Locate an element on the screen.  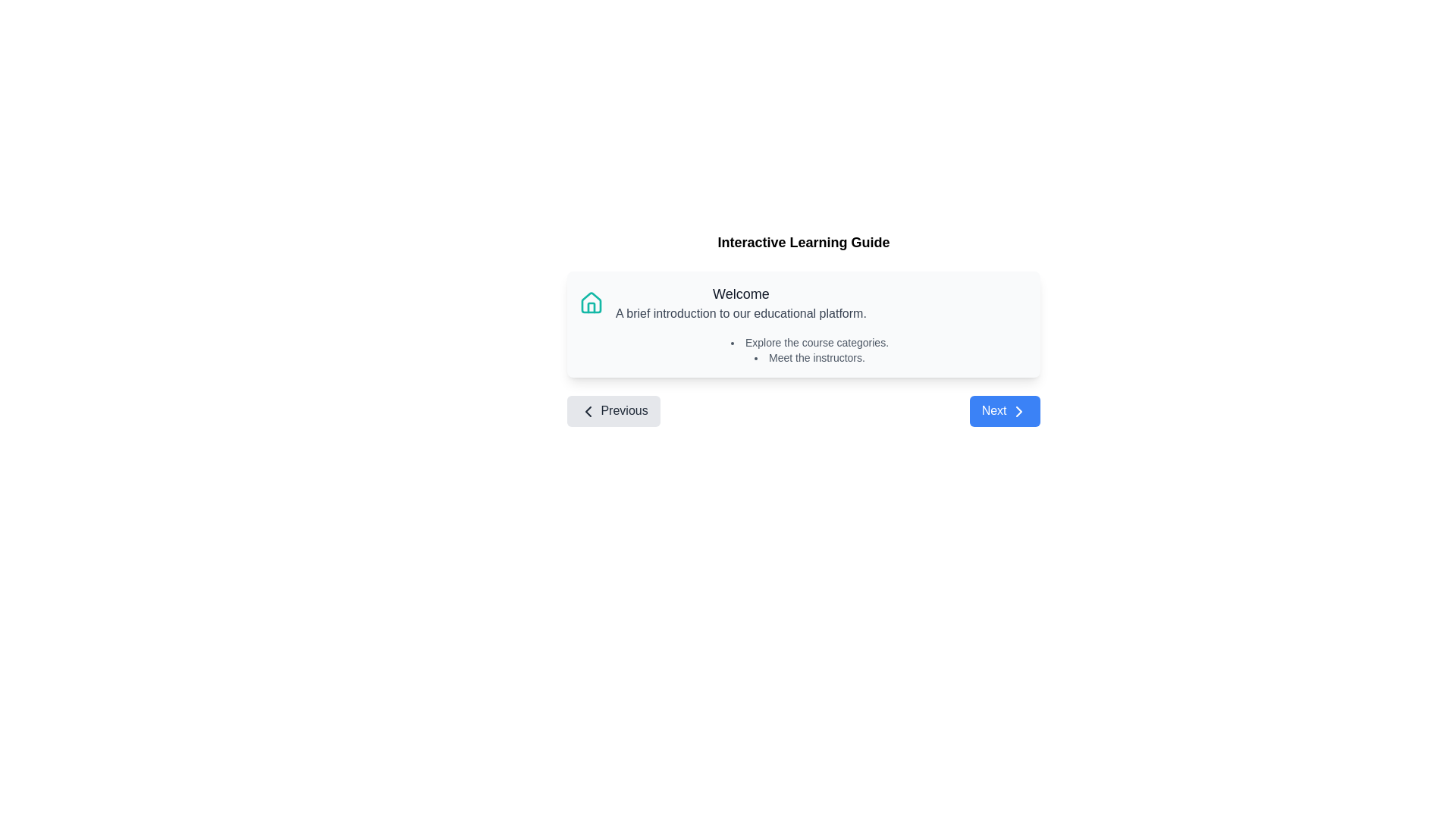
the house icon, which is a teal-colored line art graphical representation located at the top-left corner of a card-like panel in the welcome section is located at coordinates (590, 302).